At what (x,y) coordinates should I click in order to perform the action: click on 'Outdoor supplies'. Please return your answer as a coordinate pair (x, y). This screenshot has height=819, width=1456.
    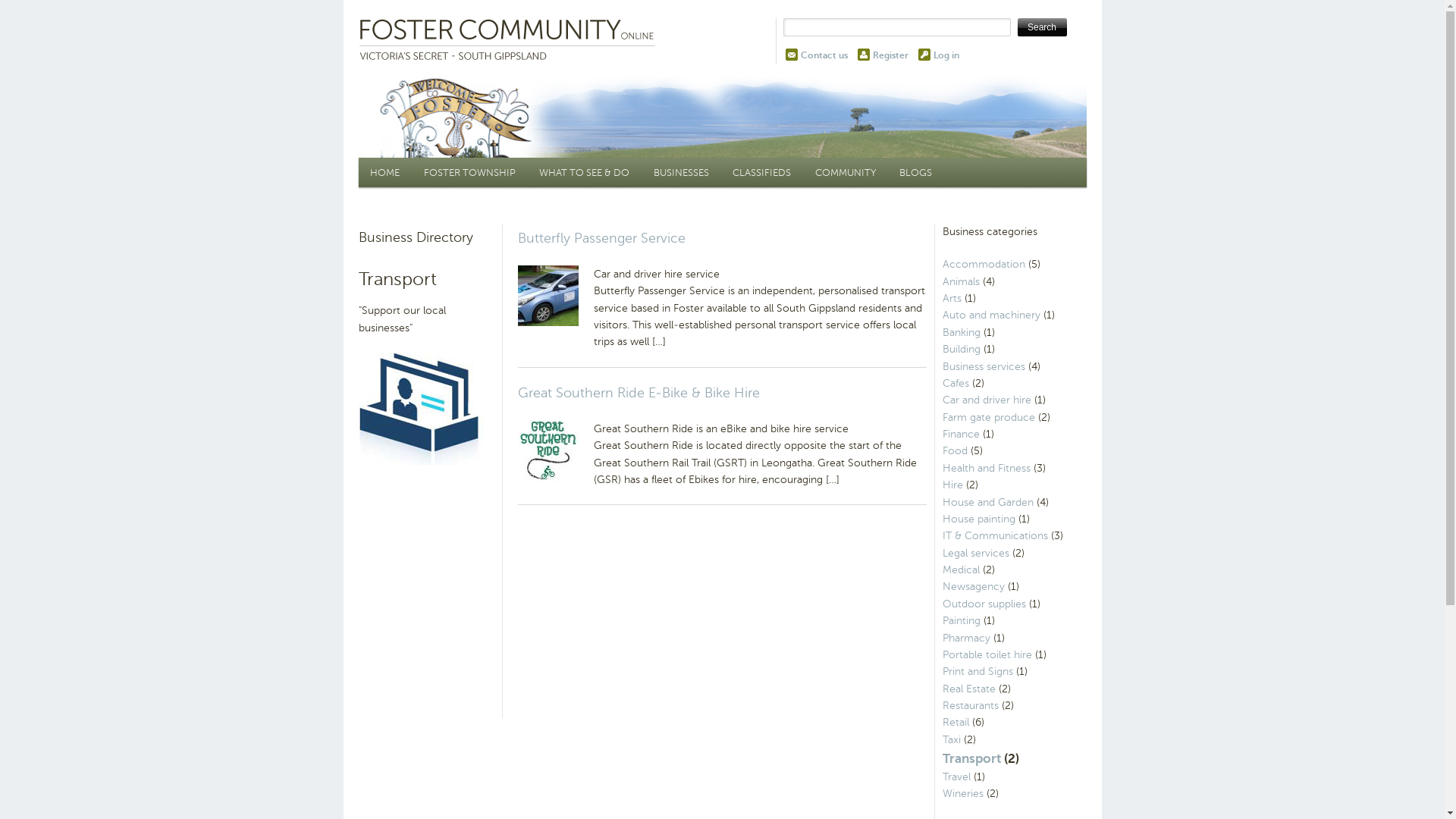
    Looking at the image, I should click on (983, 603).